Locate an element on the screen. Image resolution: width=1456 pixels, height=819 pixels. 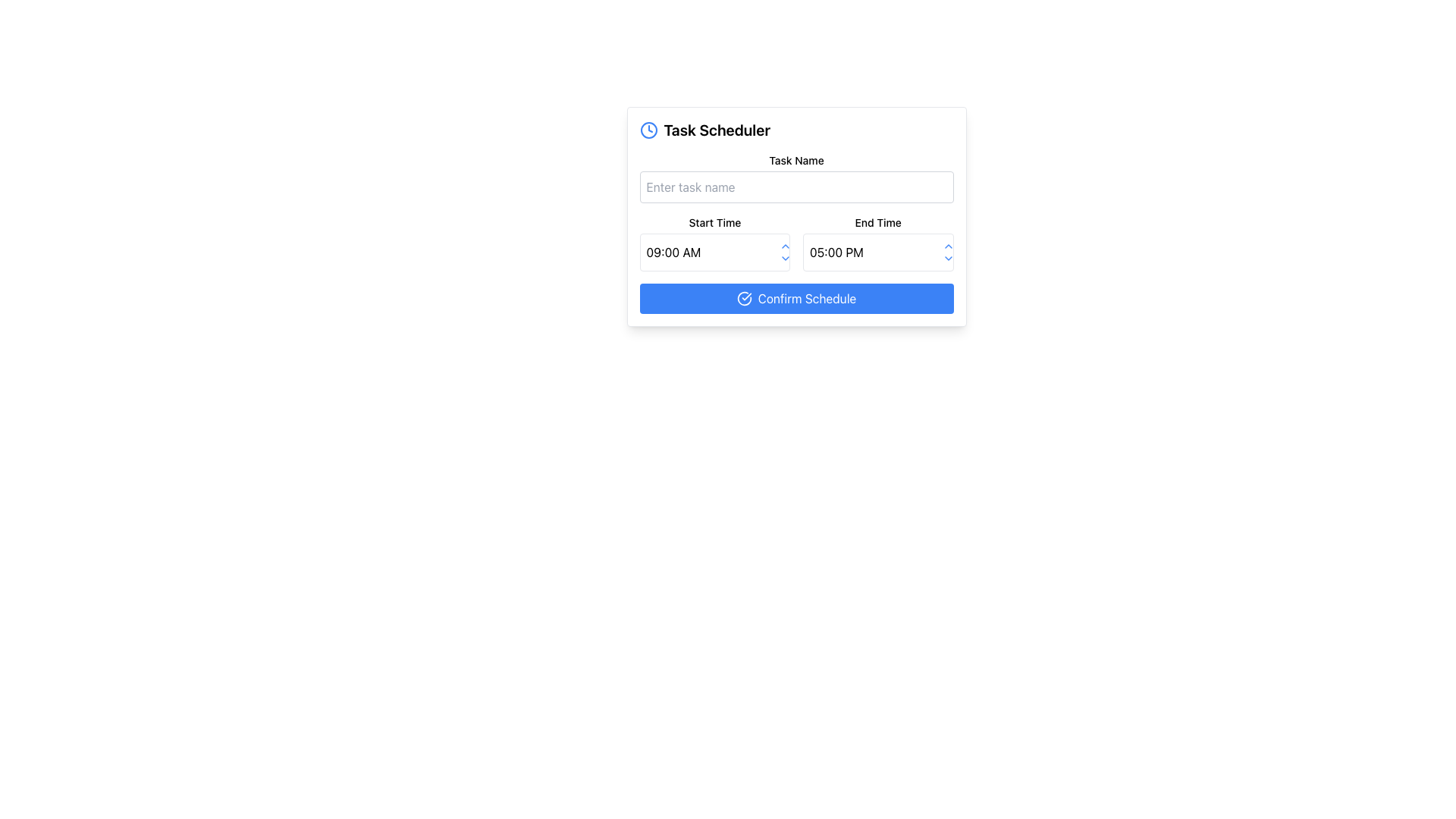
context text from the 'Start Time' label located above the input field in the 'Task Scheduler' card is located at coordinates (714, 222).